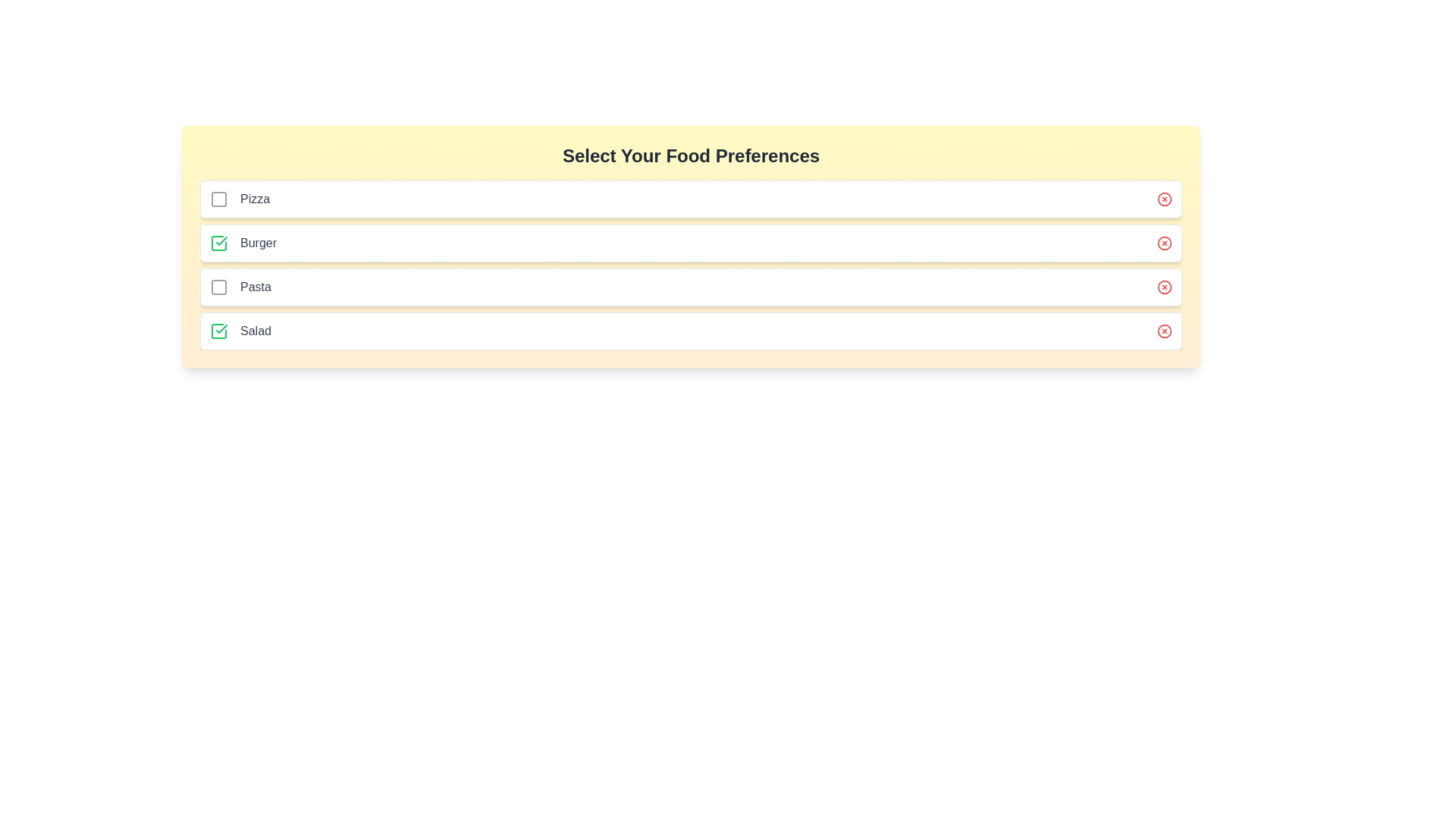  Describe the element at coordinates (1164, 242) in the screenshot. I see `the encompassing close icon represented by a red circular graphical component located towards the right end of the second row under 'Select Your Food Preferences'` at that location.